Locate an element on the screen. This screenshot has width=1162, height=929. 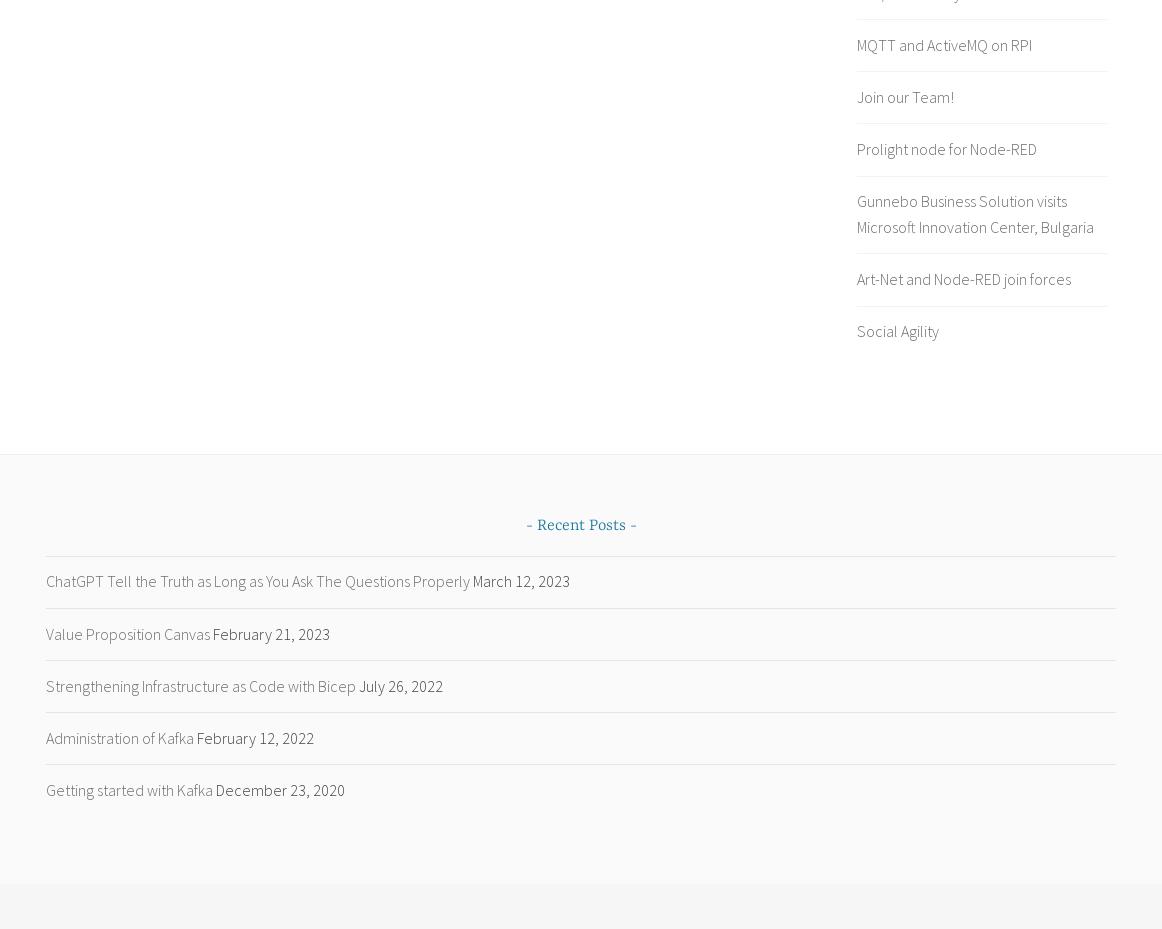
'December 23, 2020' is located at coordinates (280, 789).